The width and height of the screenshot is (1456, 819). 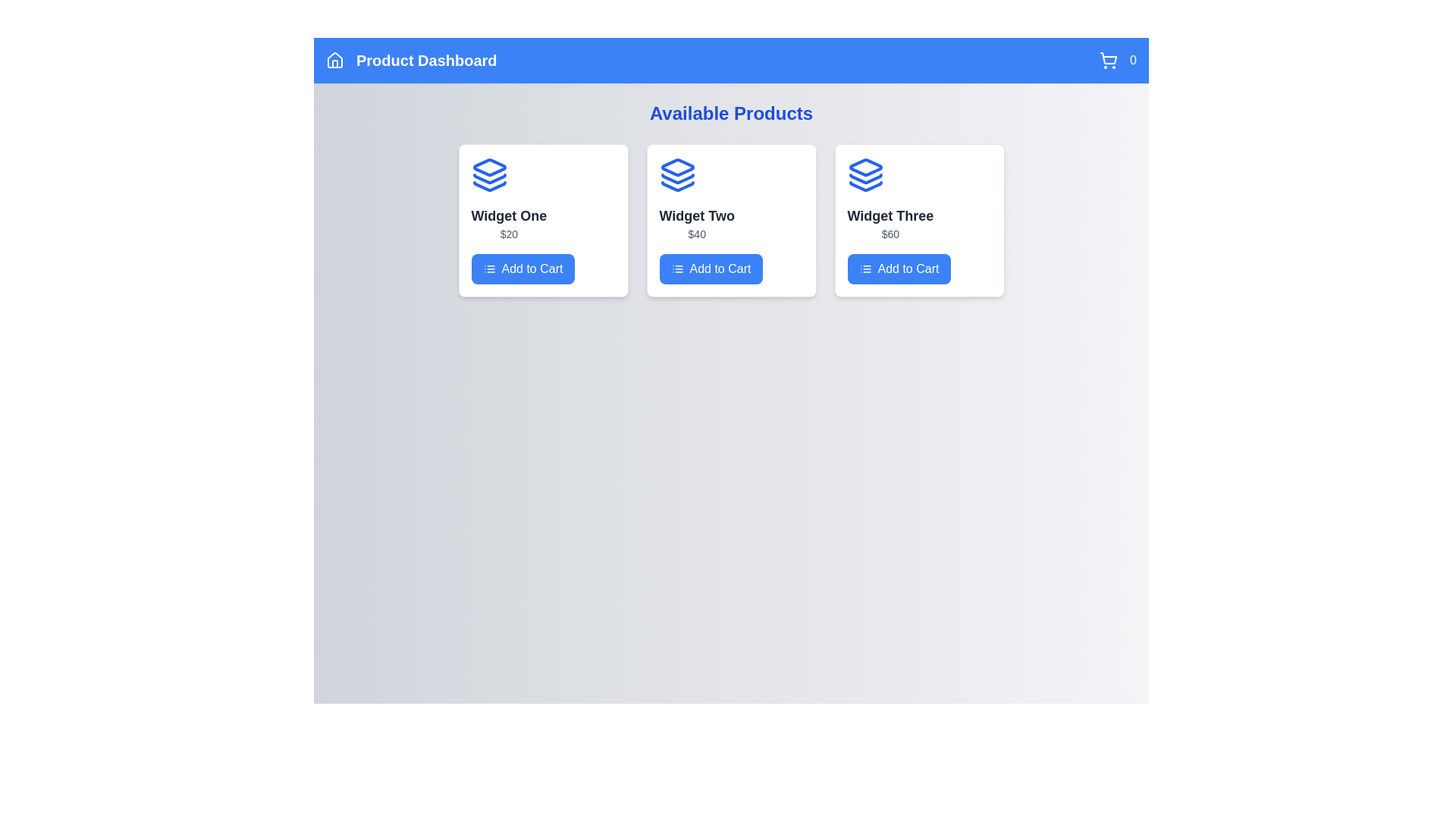 What do you see at coordinates (1133, 60) in the screenshot?
I see `the text label displaying the number '0' in white font on a blue background, located in the top-right corner of the interface, next to a shopping cart icon` at bounding box center [1133, 60].